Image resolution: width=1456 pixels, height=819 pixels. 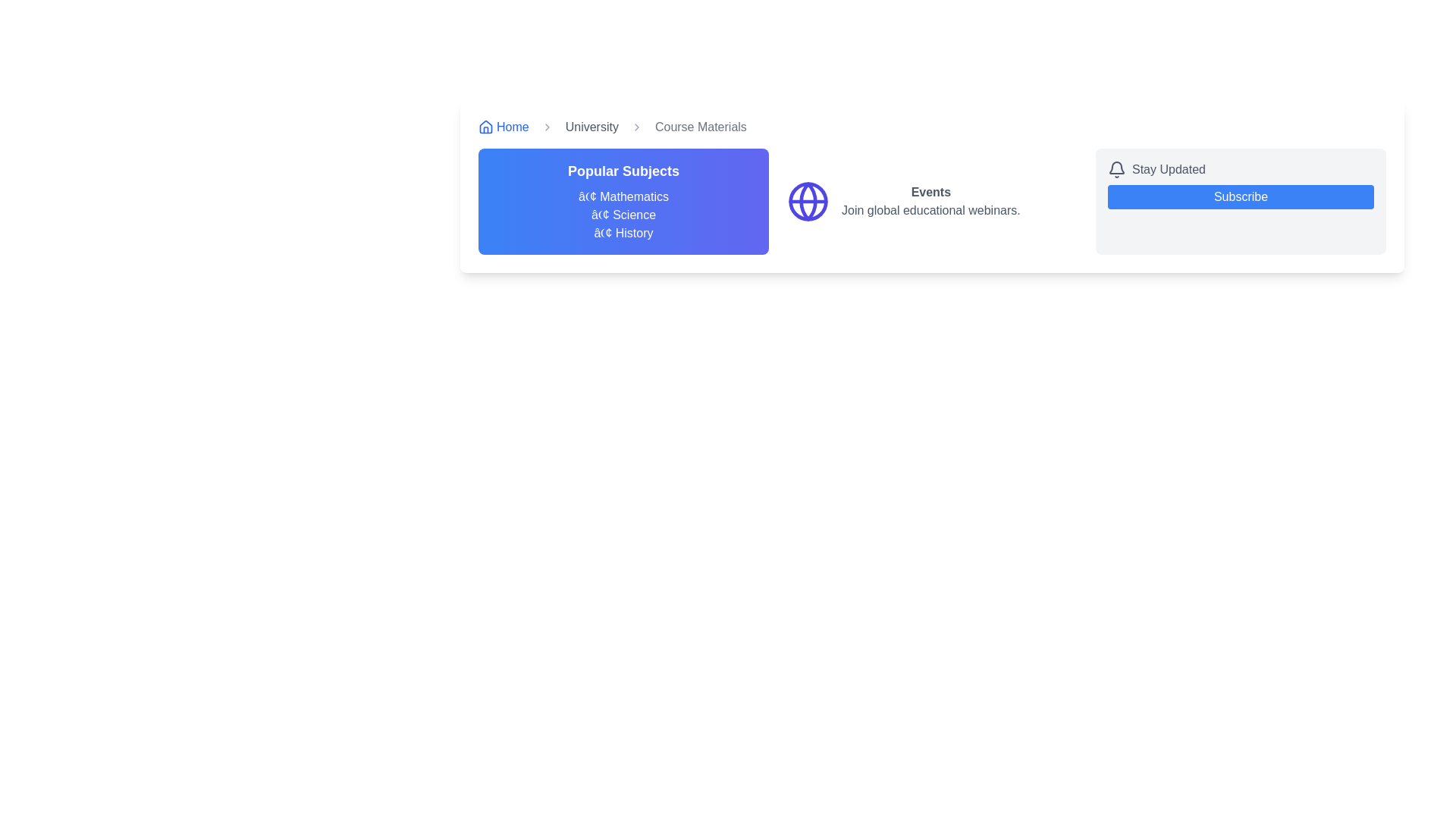 What do you see at coordinates (591, 126) in the screenshot?
I see `the 'University' link in the breadcrumb navigation to change its text color` at bounding box center [591, 126].